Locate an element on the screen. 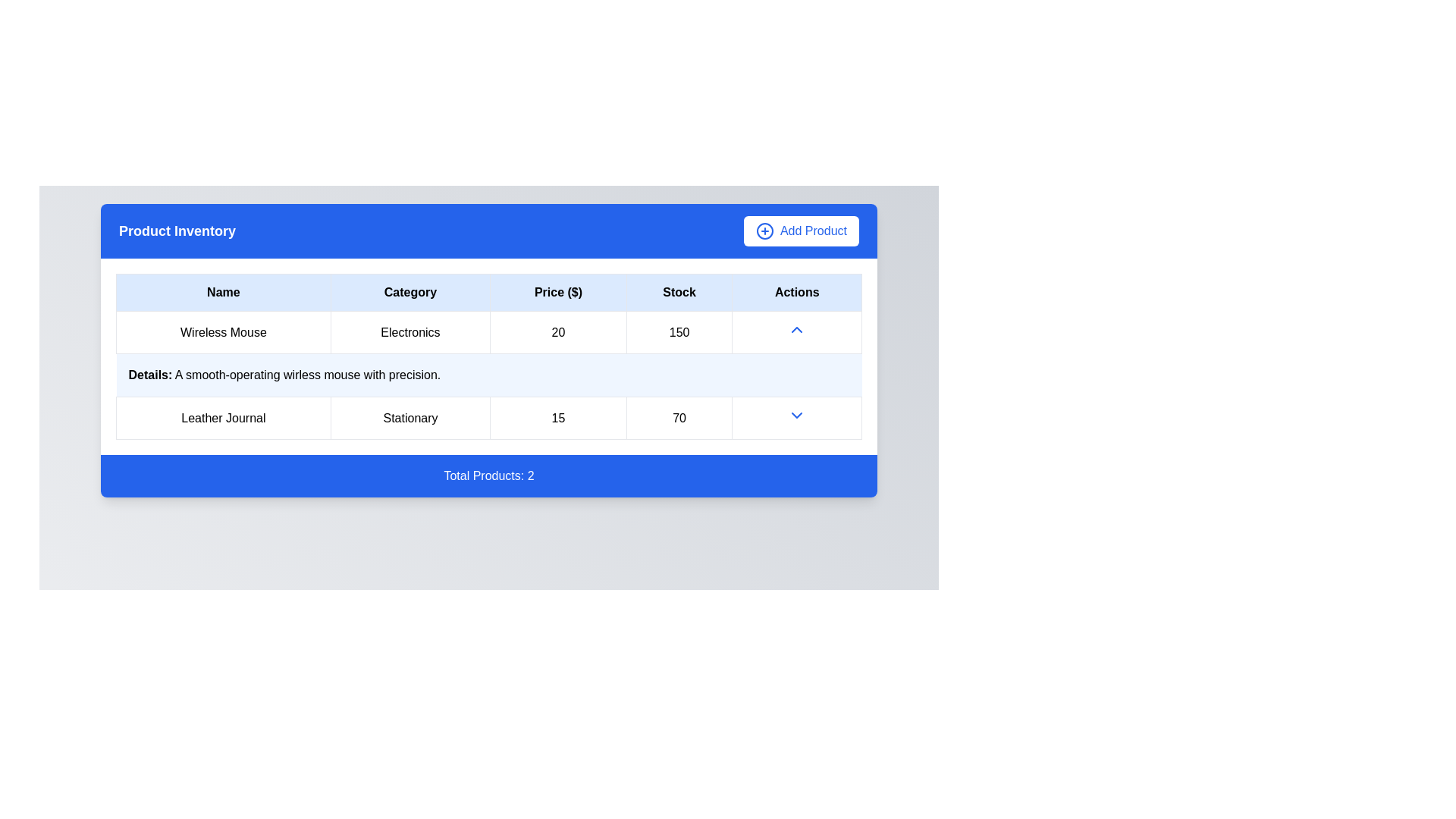  the upward action icon in the 'Actions' column of the table for the 'Wireless Mouse' product is located at coordinates (796, 331).